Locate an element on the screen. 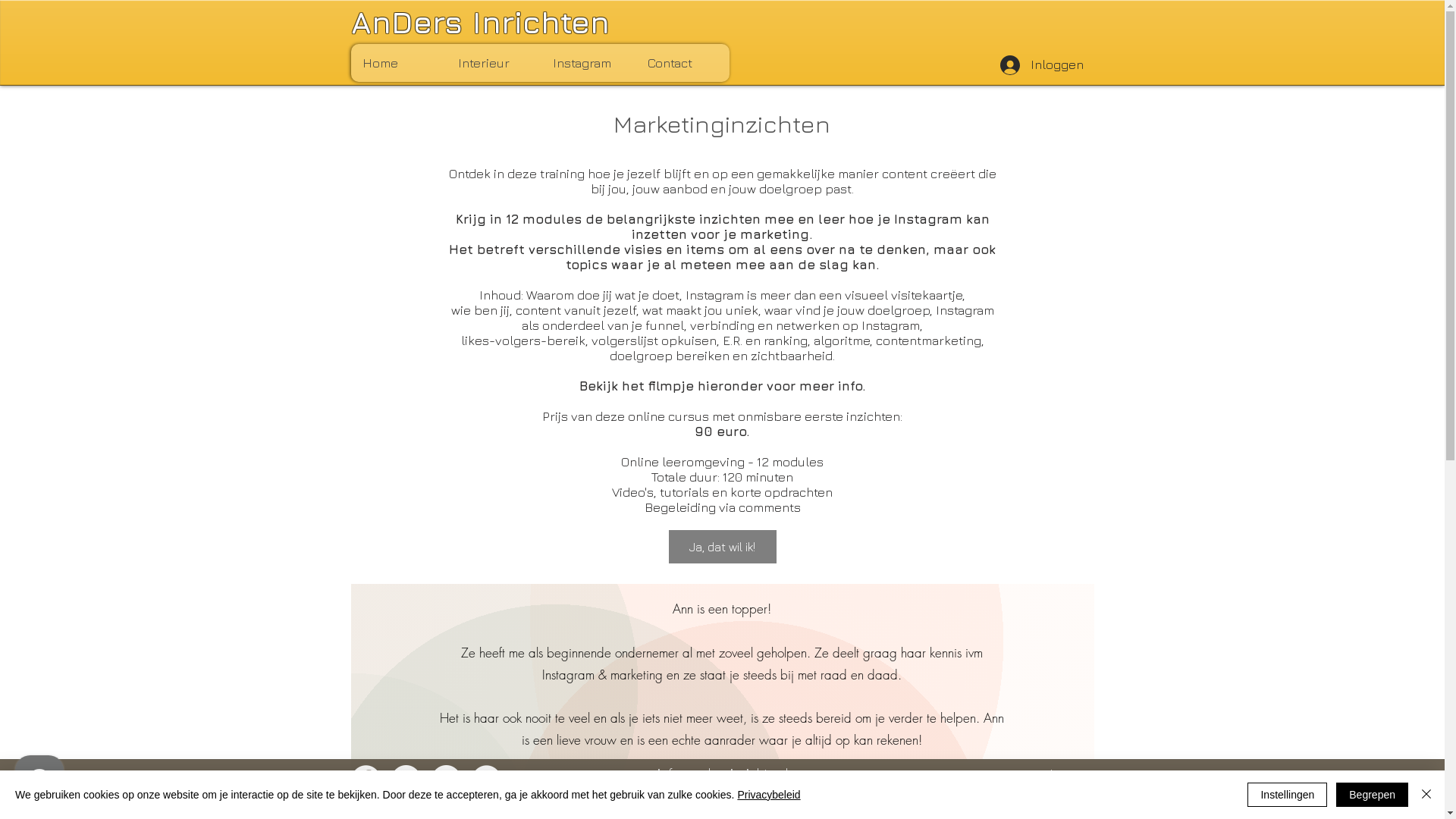 This screenshot has width=1456, height=819. 'Ja, dat wil ik!' is located at coordinates (668, 547).